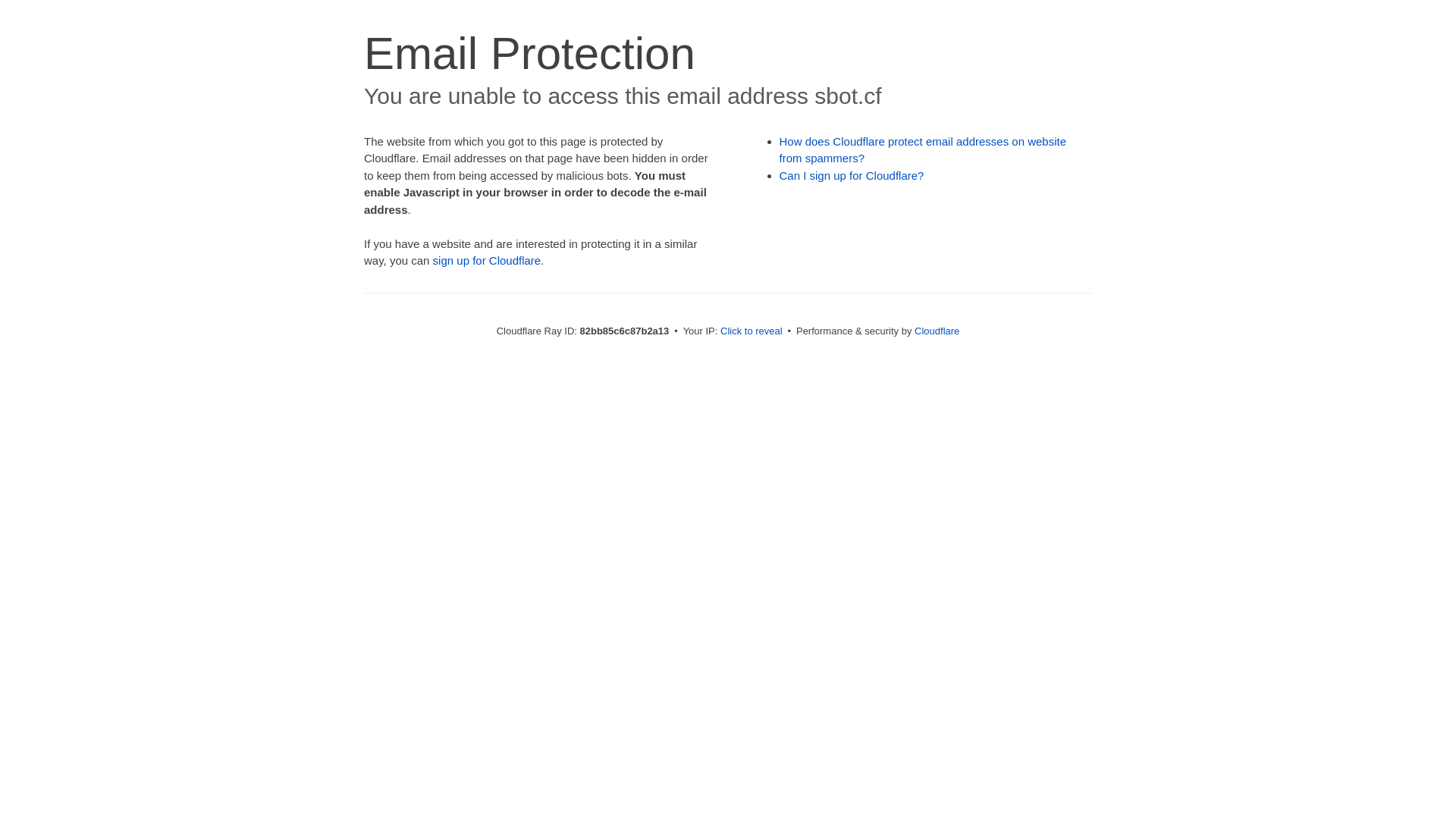 The height and width of the screenshot is (819, 1456). What do you see at coordinates (751, 330) in the screenshot?
I see `'Click to reveal'` at bounding box center [751, 330].